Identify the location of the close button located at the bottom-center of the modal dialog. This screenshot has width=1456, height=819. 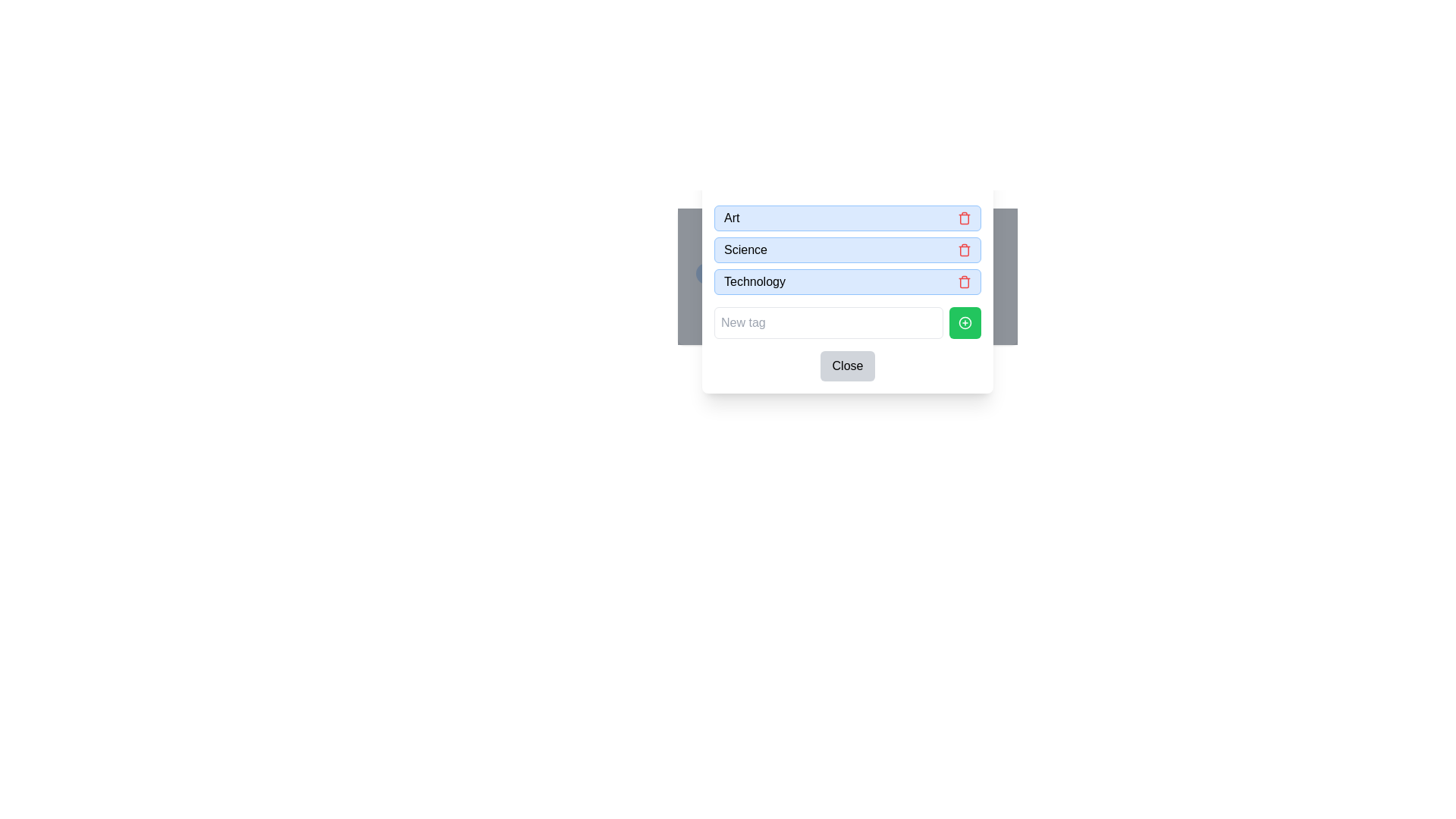
(847, 366).